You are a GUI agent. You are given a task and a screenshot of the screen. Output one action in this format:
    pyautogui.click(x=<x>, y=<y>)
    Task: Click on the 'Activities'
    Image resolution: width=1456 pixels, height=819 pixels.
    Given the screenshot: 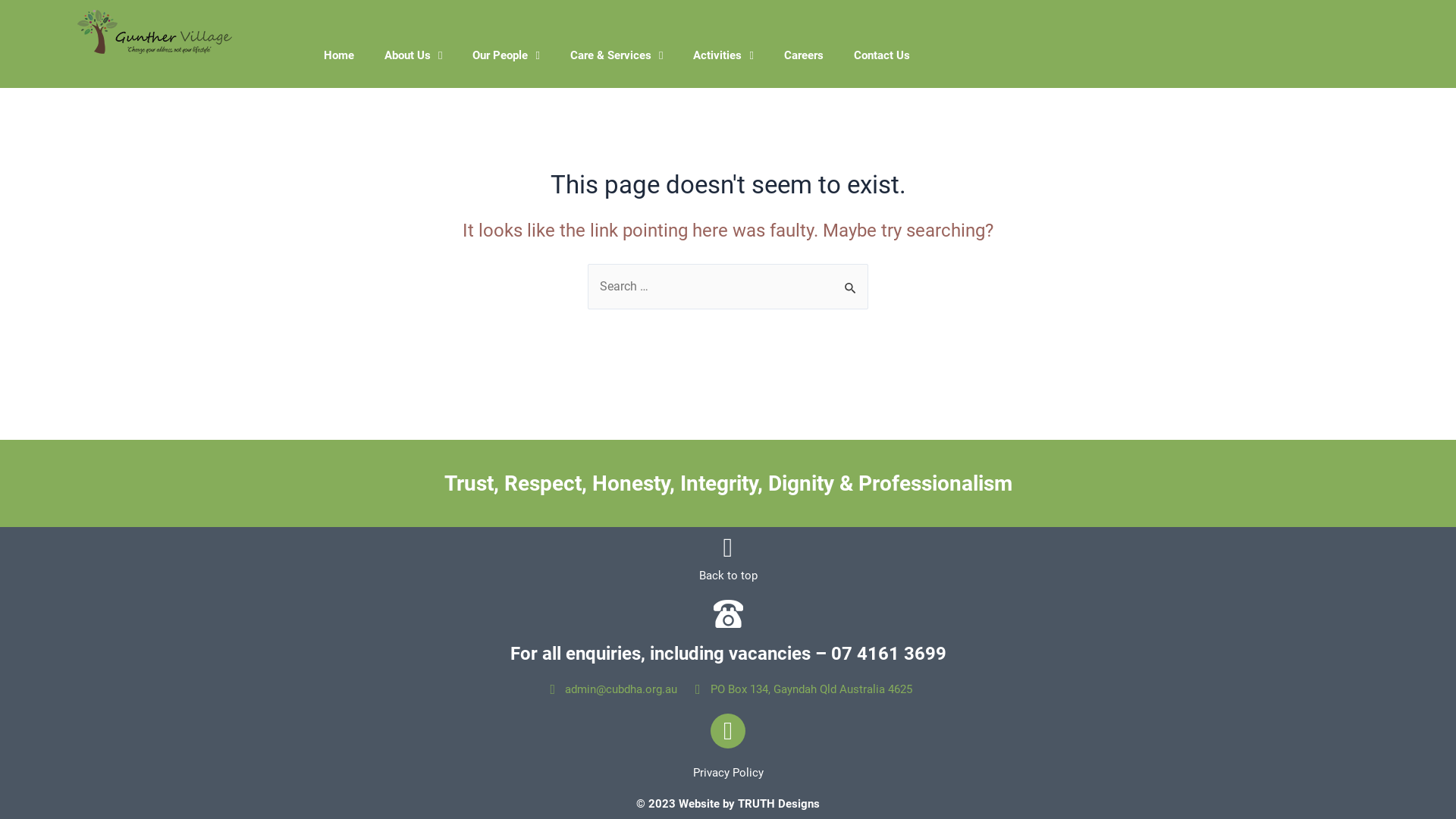 What is the action you would take?
    pyautogui.click(x=722, y=55)
    